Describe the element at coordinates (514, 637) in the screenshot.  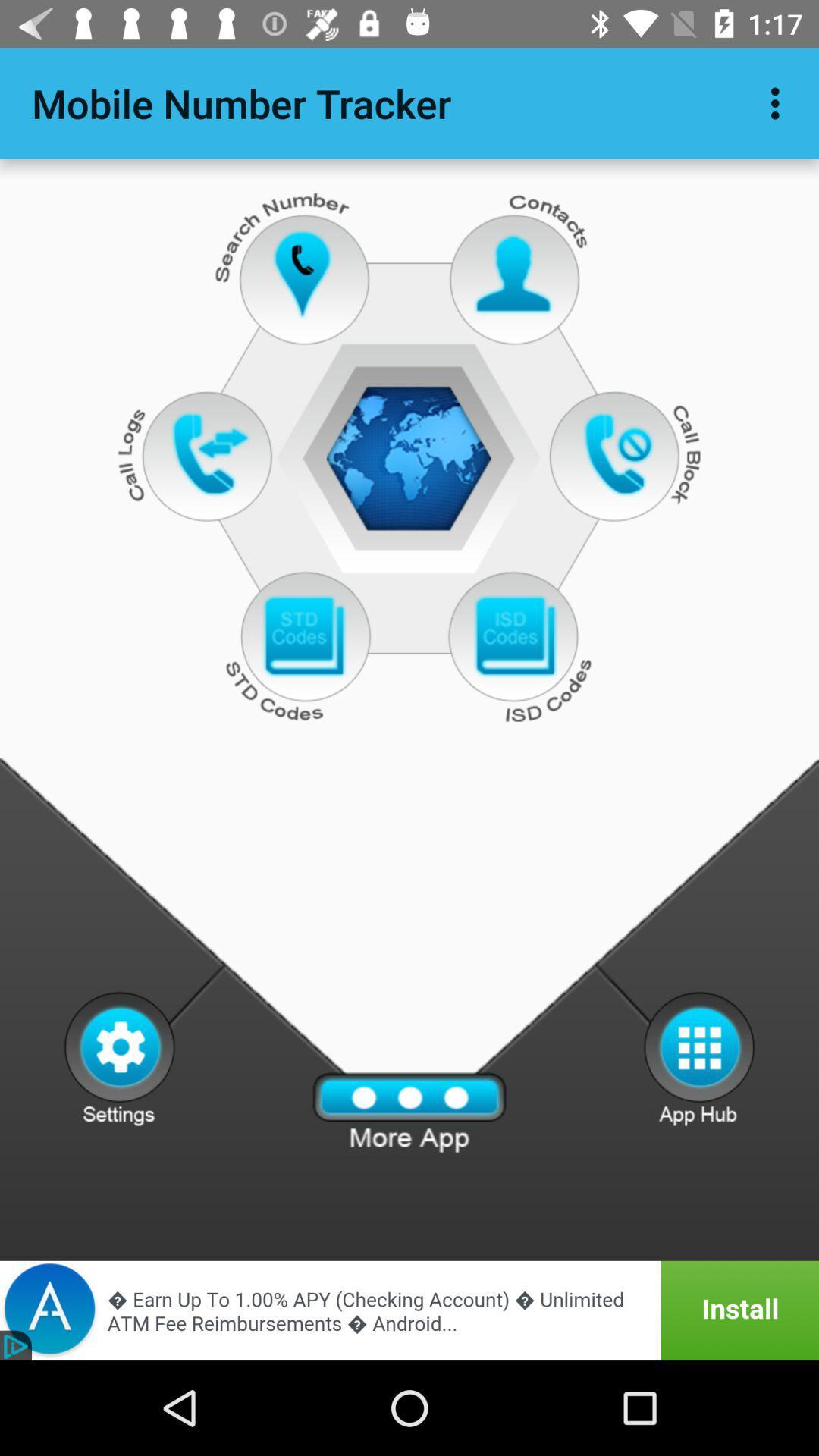
I see `isd codes option` at that location.